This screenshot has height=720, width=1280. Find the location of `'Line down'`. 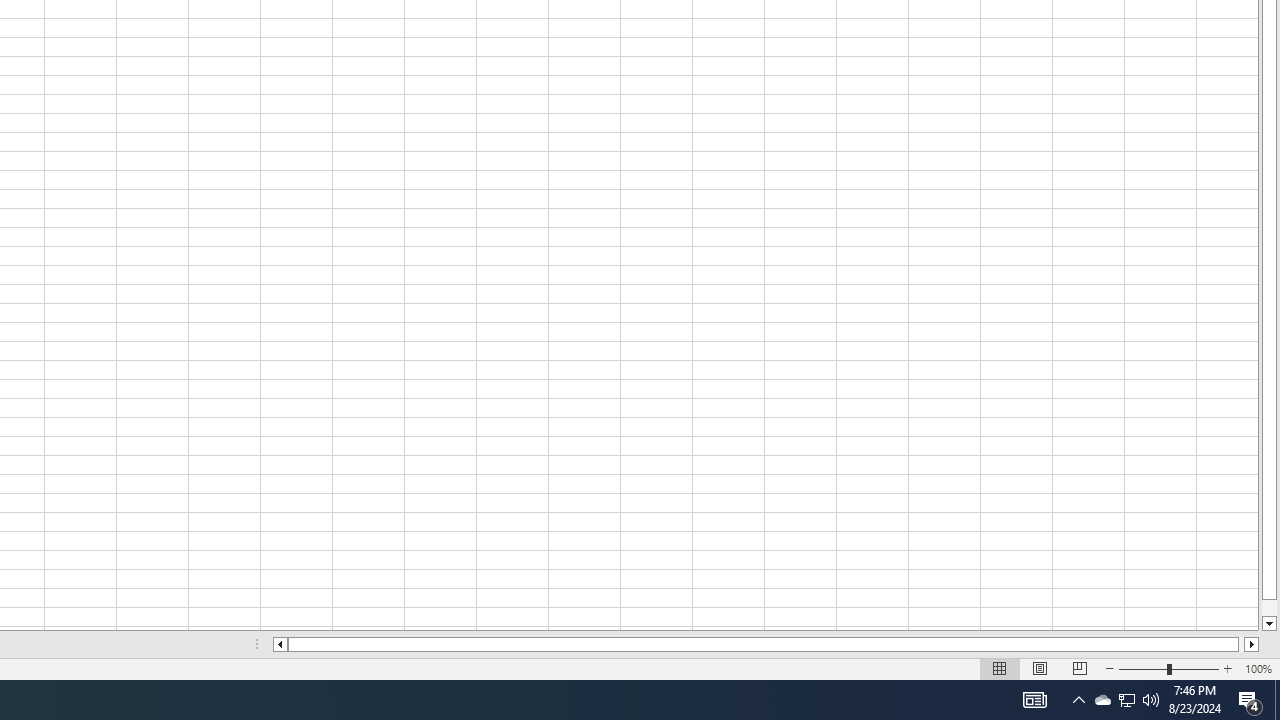

'Line down' is located at coordinates (1268, 623).